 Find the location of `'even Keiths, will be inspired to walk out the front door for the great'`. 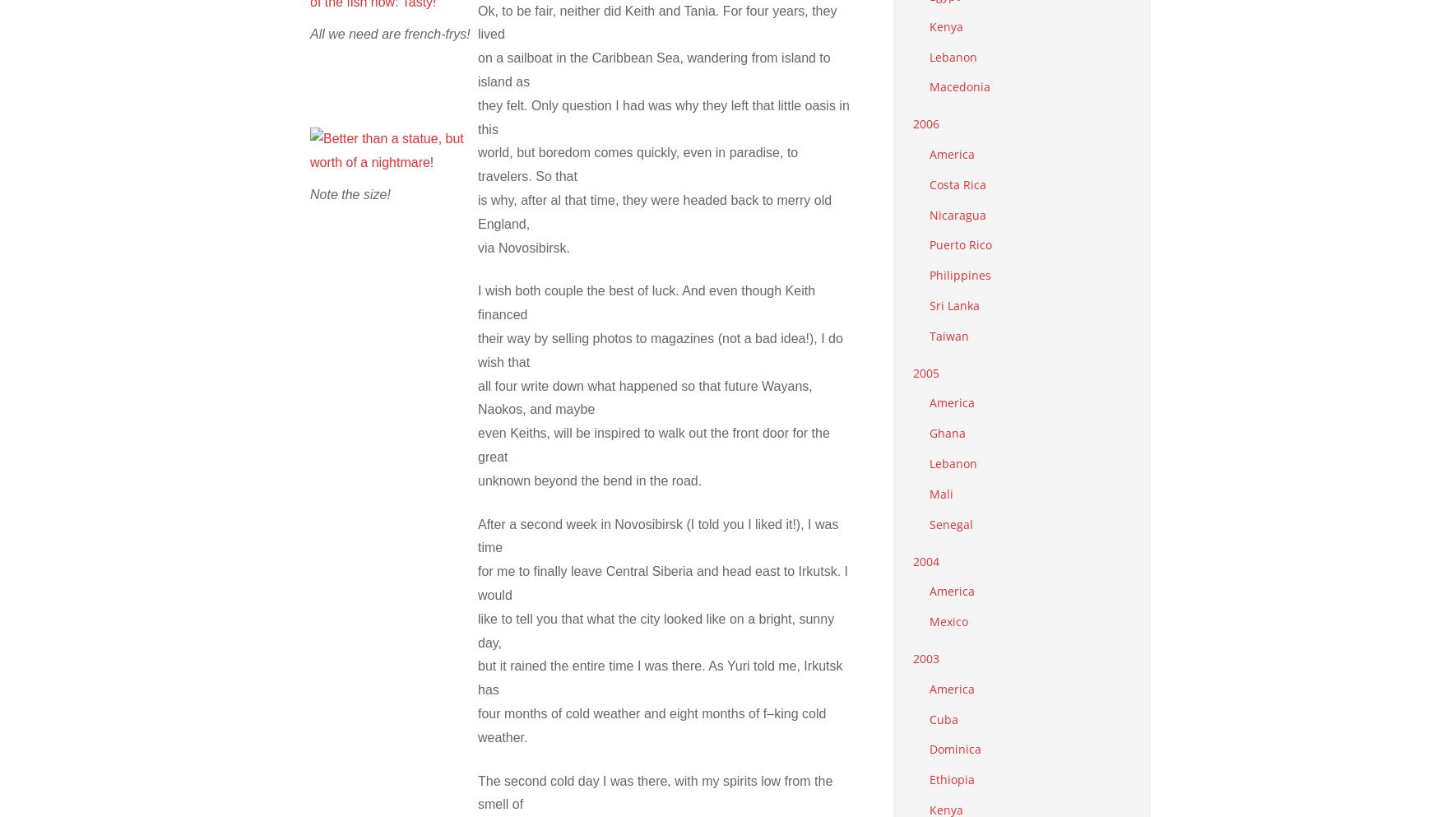

'even Keiths, will be inspired to walk out the front door for the great' is located at coordinates (653, 443).